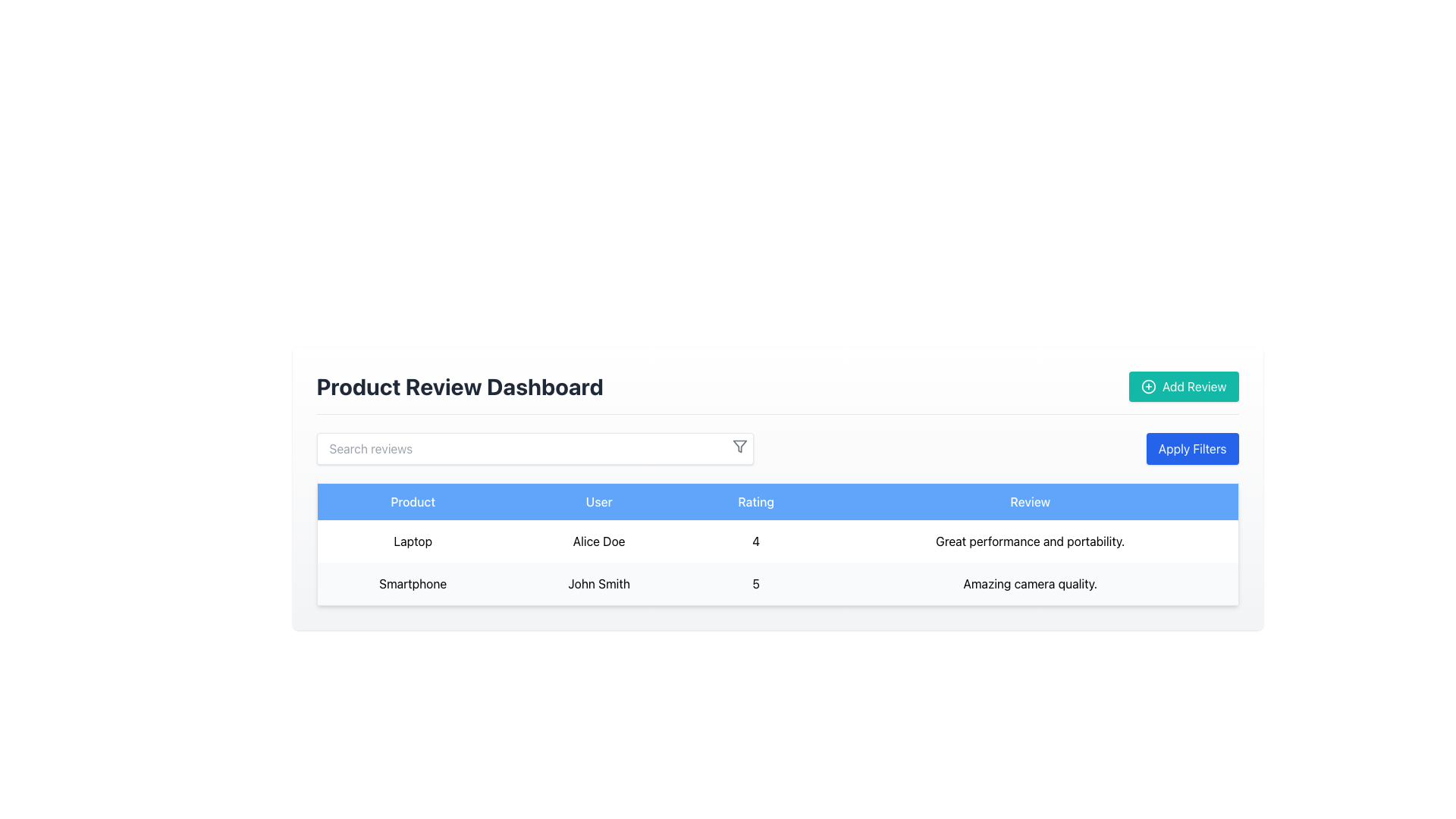  What do you see at coordinates (1031, 540) in the screenshot?
I see `the static customer review text located in the fourth column of the first row of the table, which includes 'Laptop,' 'Alice Doe,' and '4' as sibling elements` at bounding box center [1031, 540].